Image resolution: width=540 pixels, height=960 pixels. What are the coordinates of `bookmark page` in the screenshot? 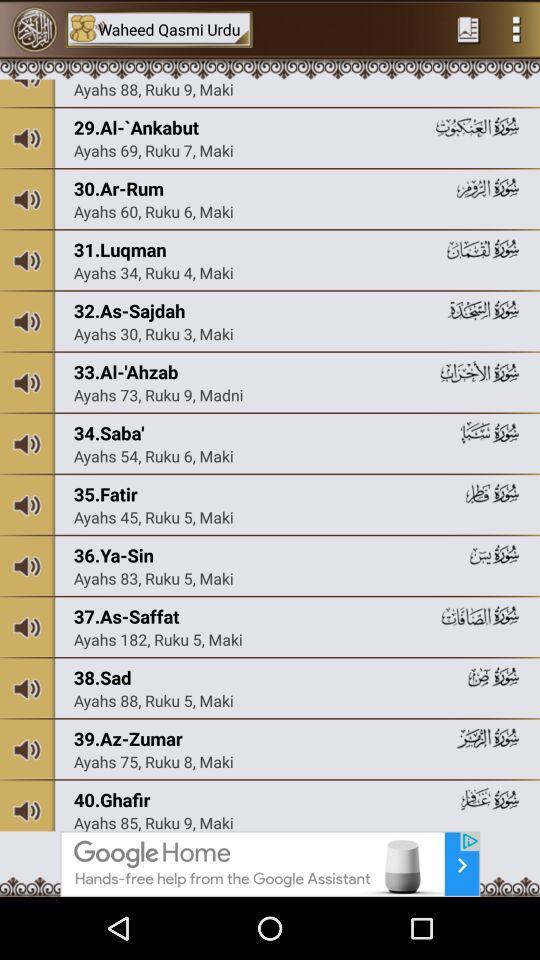 It's located at (468, 28).